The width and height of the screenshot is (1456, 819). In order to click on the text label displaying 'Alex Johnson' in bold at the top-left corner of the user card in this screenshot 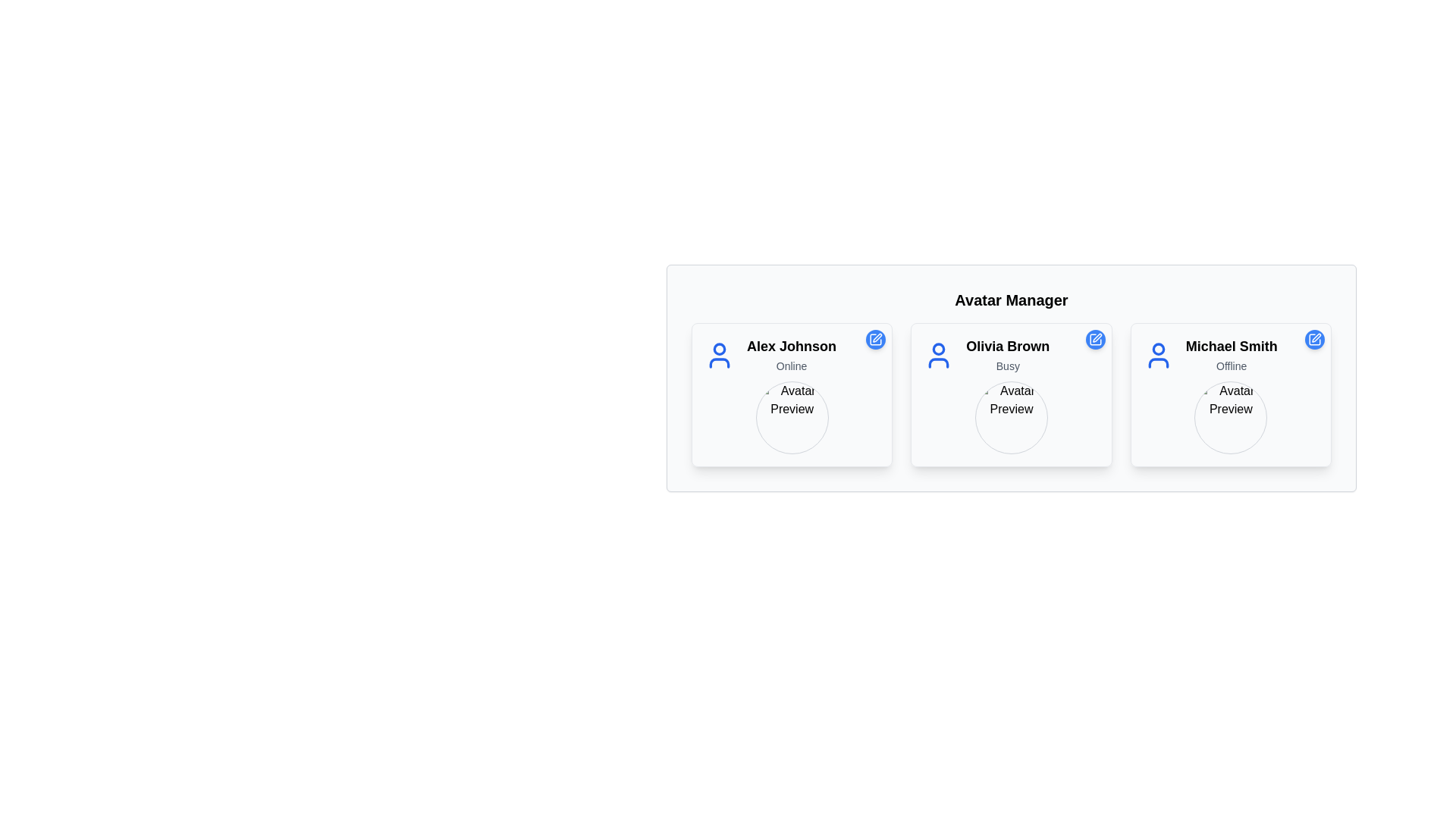, I will do `click(791, 346)`.